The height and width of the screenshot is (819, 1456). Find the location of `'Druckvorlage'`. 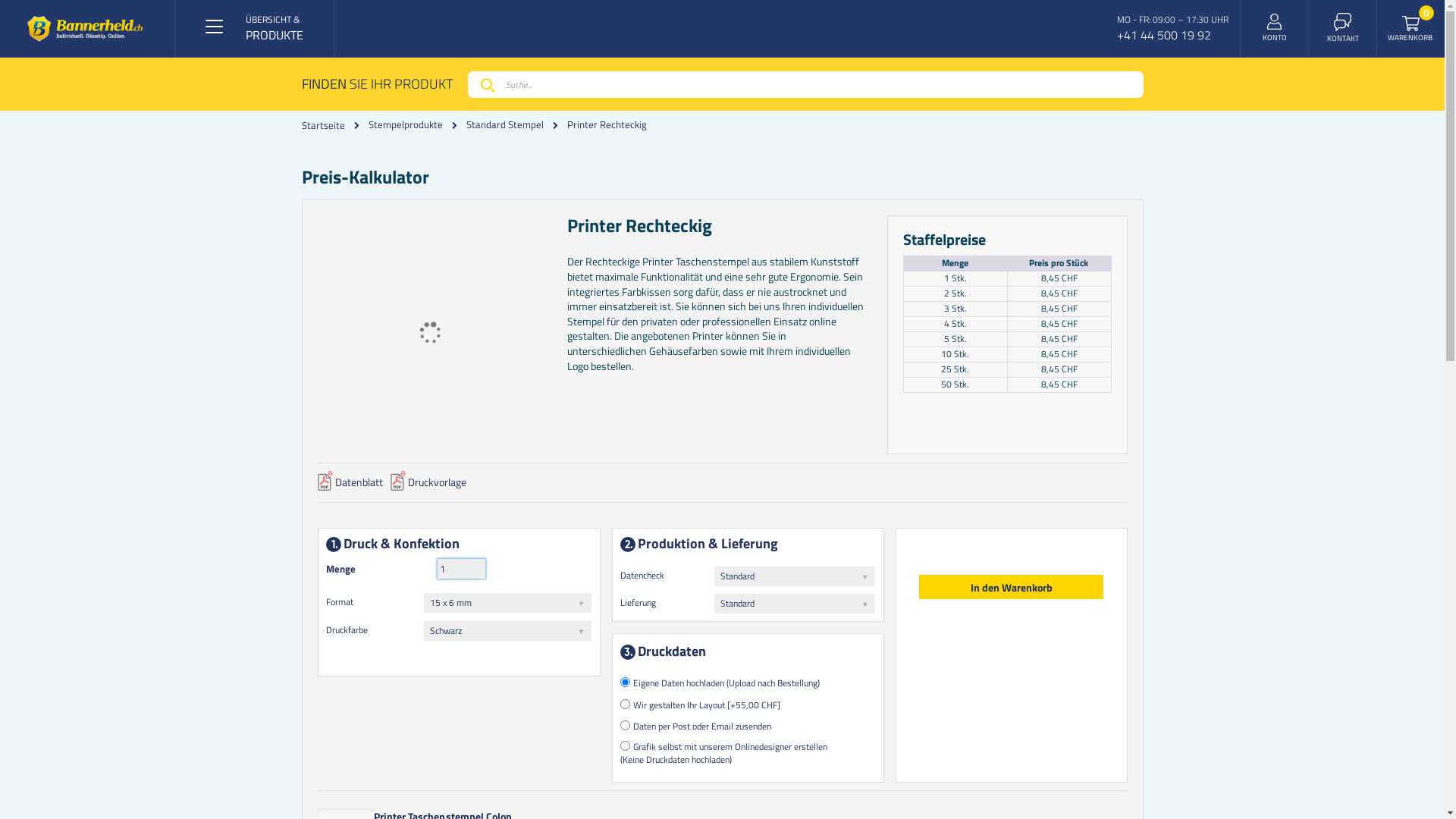

'Druckvorlage' is located at coordinates (426, 486).